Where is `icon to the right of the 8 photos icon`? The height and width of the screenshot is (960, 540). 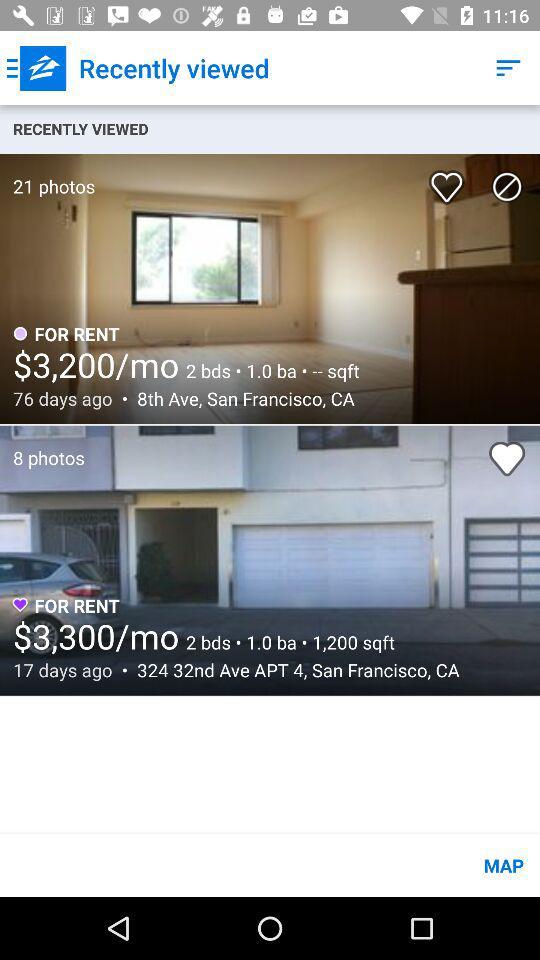 icon to the right of the 8 photos icon is located at coordinates (507, 458).